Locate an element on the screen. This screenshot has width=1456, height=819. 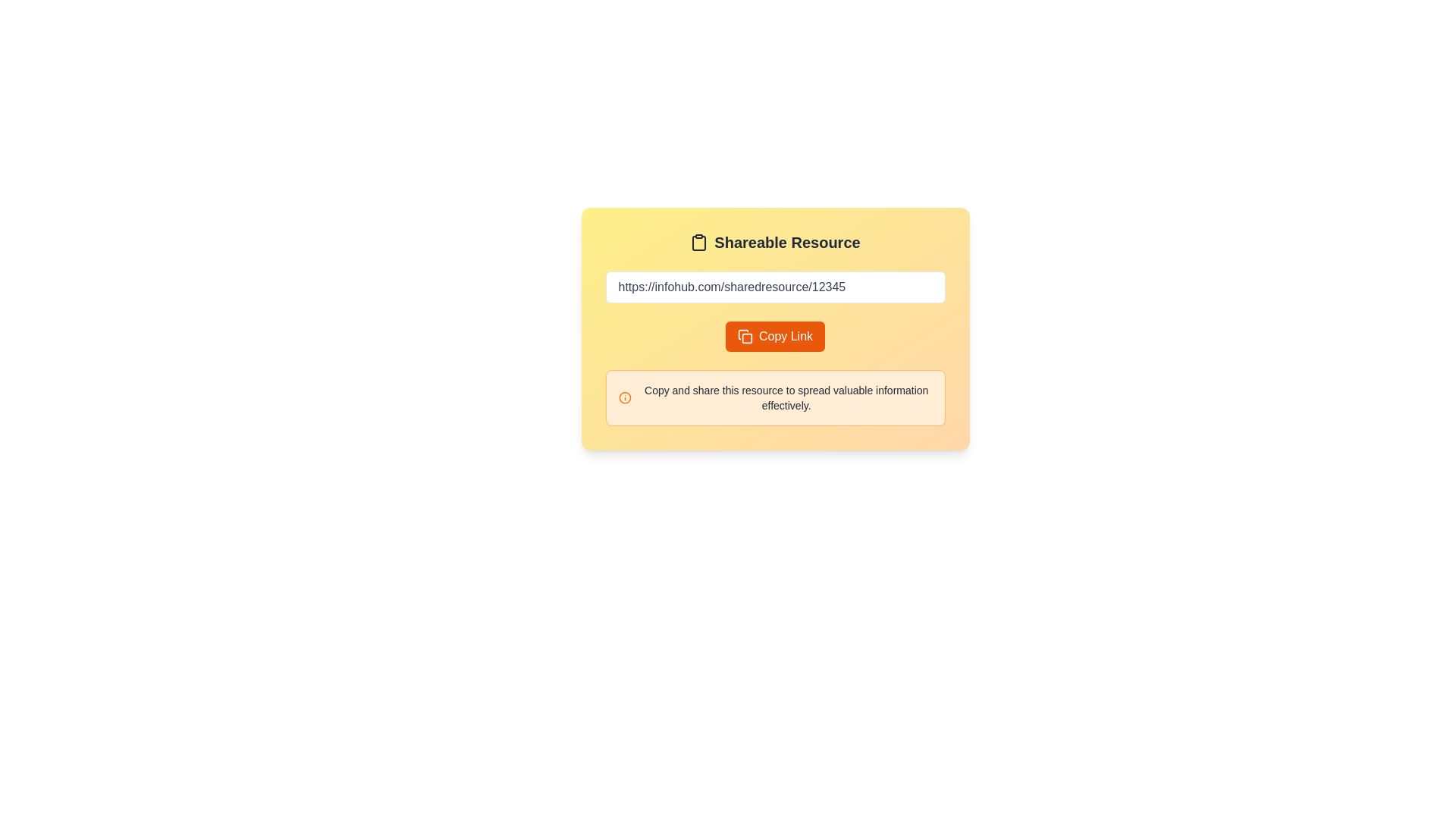
the orange 'Copy Link' button with rounded corners and a clipboard icon to copy the link is located at coordinates (775, 335).